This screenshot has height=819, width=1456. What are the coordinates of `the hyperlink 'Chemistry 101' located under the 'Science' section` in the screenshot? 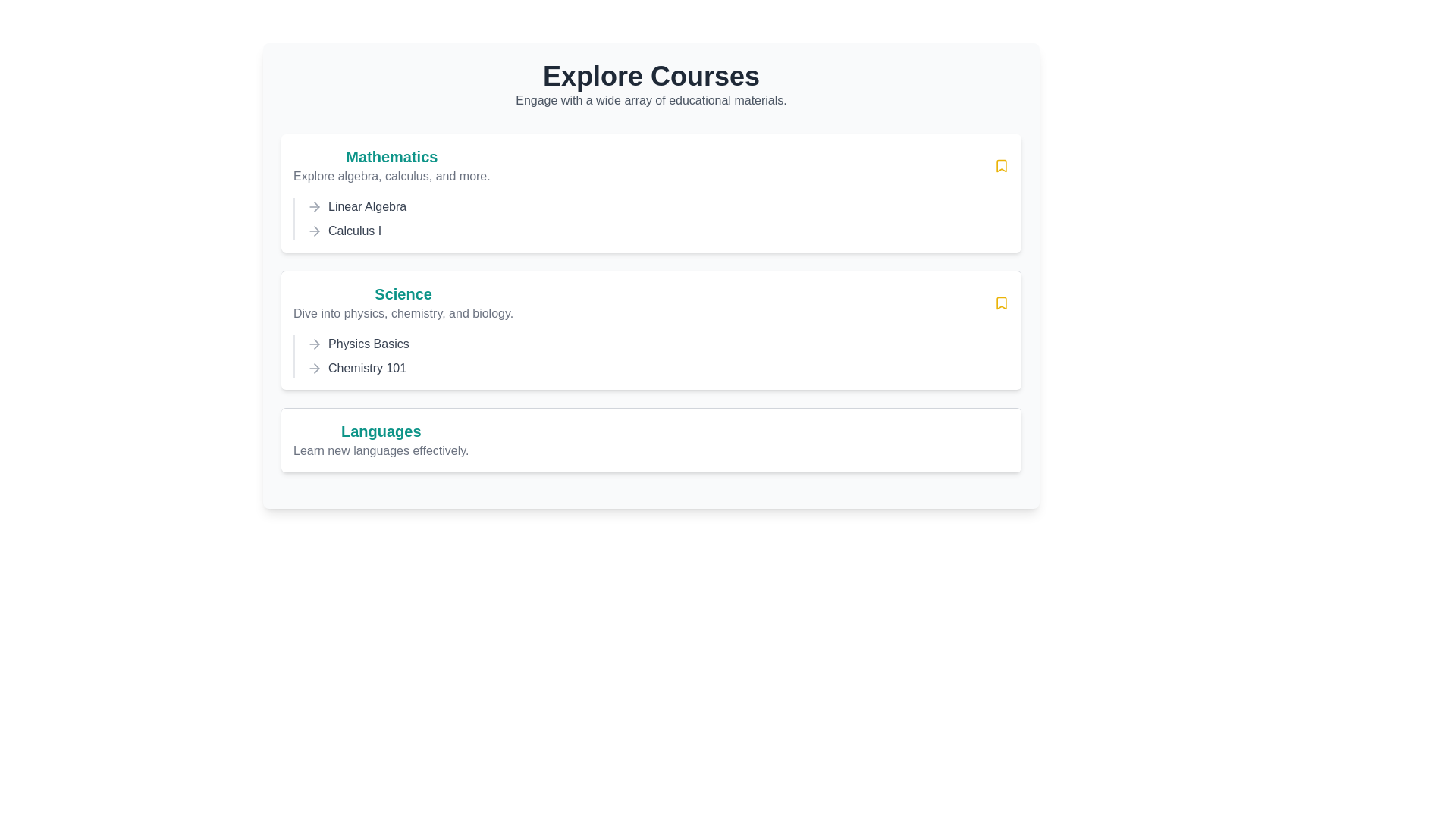 It's located at (367, 369).